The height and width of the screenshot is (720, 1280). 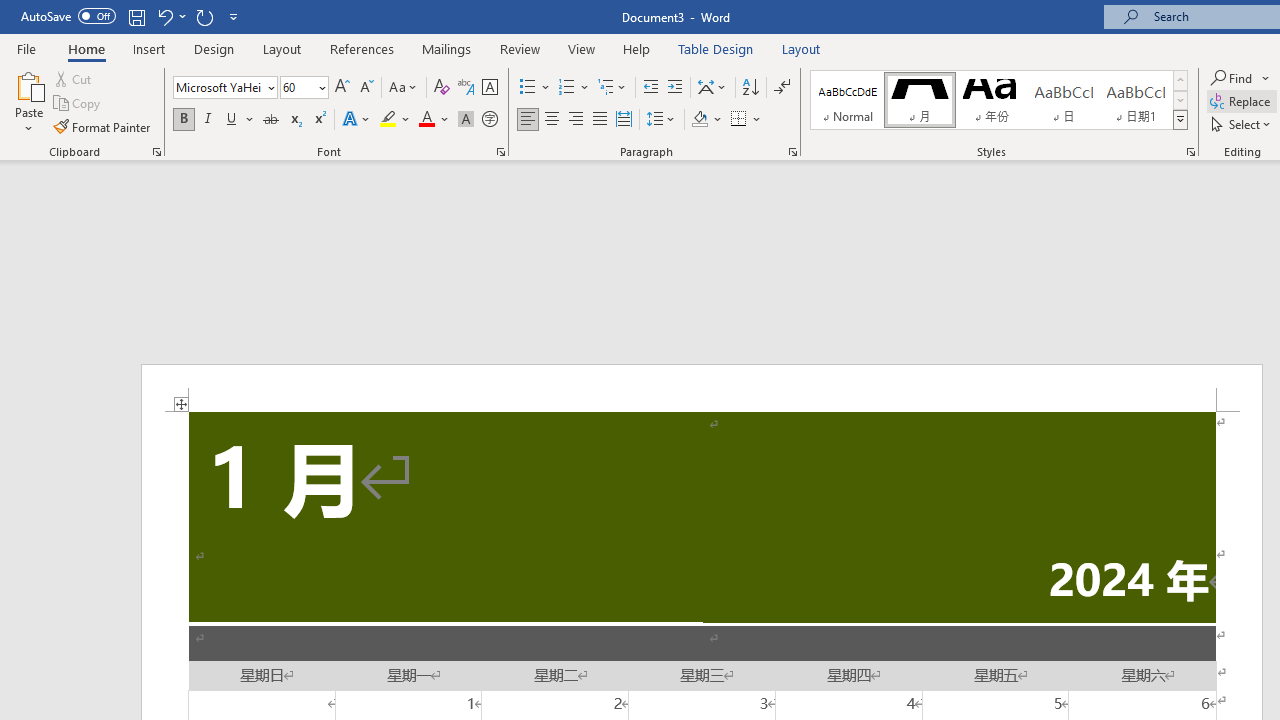 I want to click on 'Distributed', so click(x=623, y=119).